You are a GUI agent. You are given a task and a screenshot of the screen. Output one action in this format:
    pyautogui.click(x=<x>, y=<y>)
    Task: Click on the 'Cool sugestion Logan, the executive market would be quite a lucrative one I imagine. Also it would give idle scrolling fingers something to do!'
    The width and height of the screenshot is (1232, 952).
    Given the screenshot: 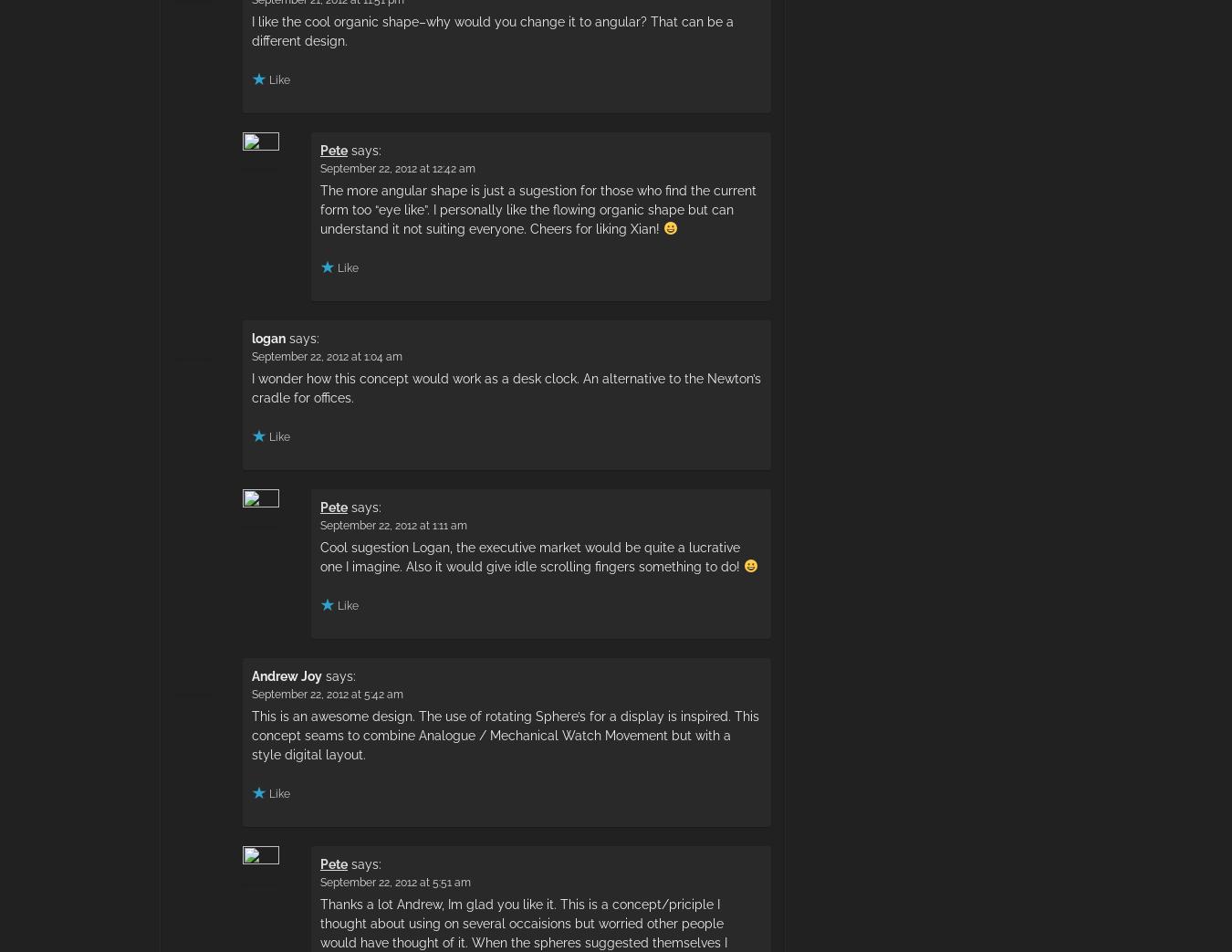 What is the action you would take?
    pyautogui.click(x=532, y=555)
    